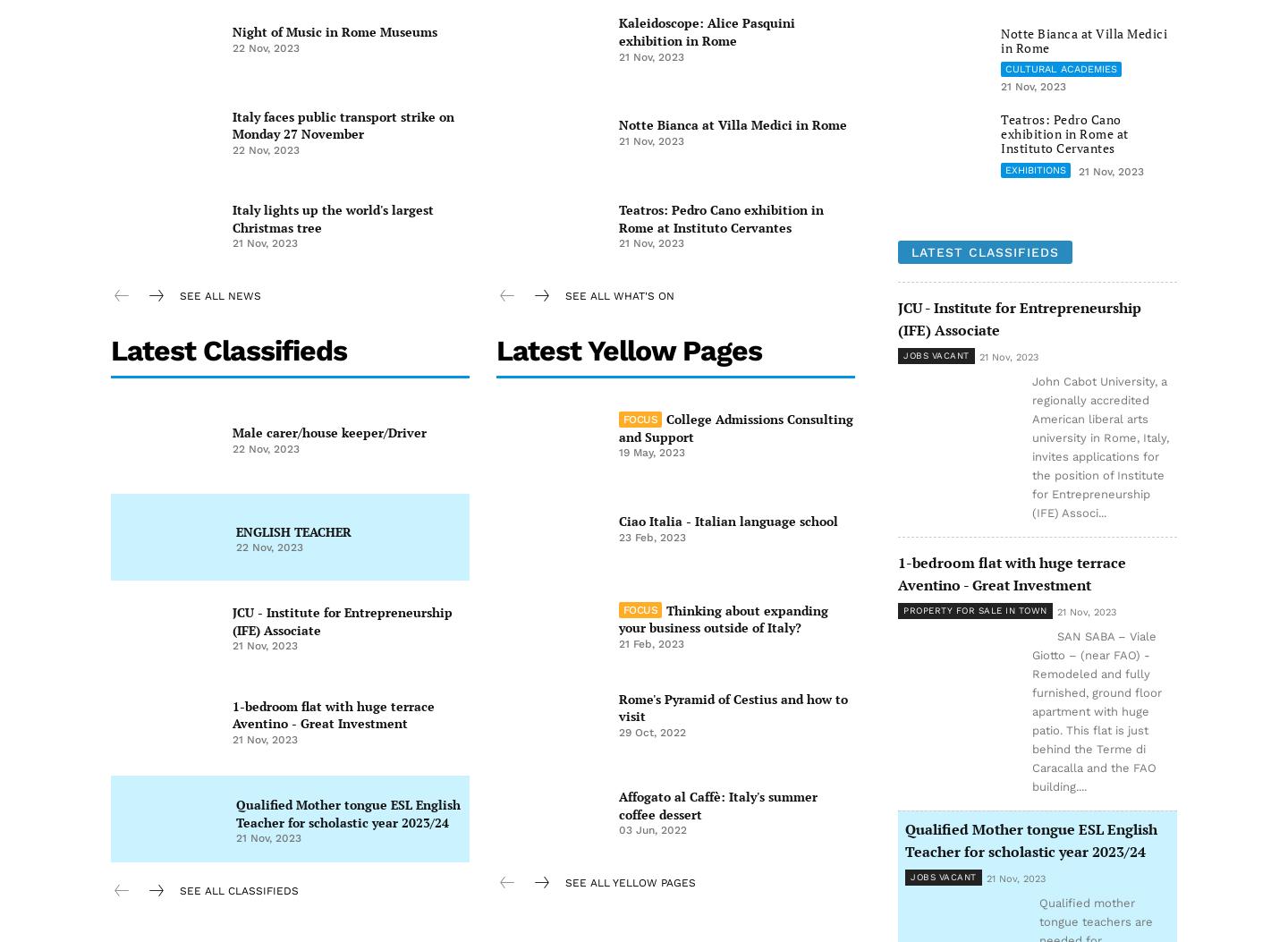 This screenshot has height=942, width=1288. Describe the element at coordinates (618, 536) in the screenshot. I see `'23 Feb, 2023'` at that location.